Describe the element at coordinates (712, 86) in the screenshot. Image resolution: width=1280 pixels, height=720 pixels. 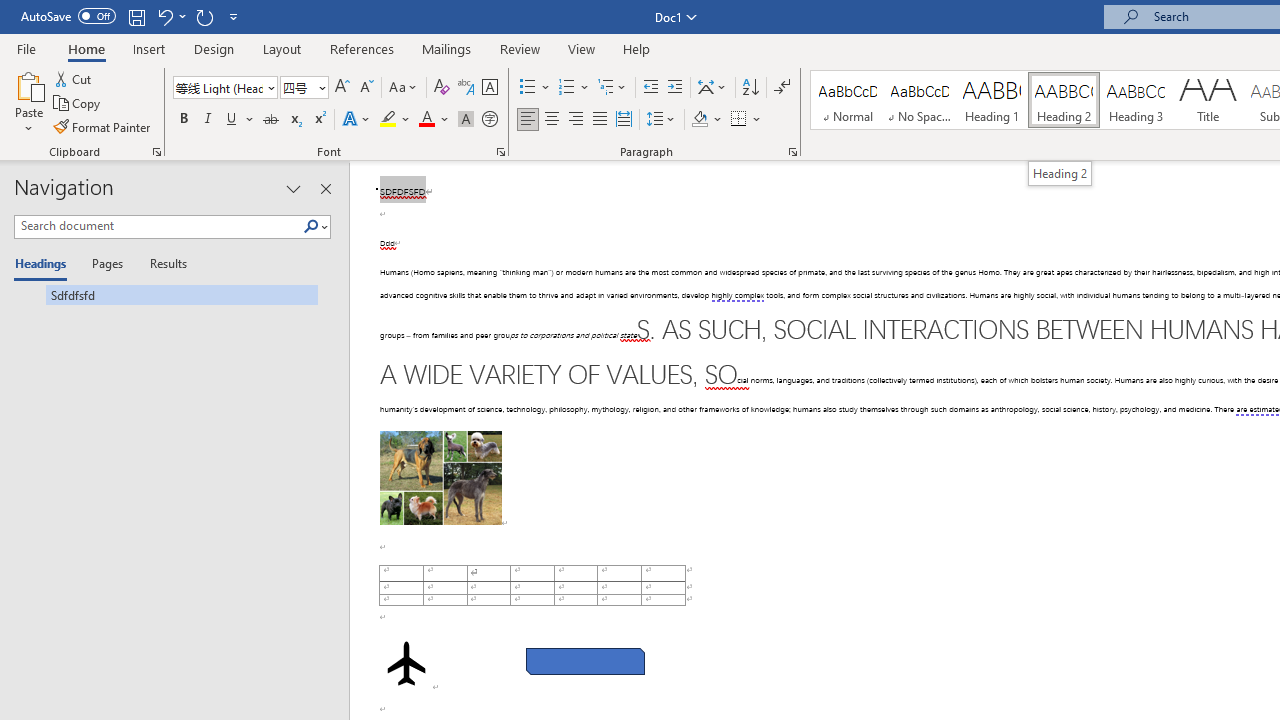
I see `'Asian Layout'` at that location.